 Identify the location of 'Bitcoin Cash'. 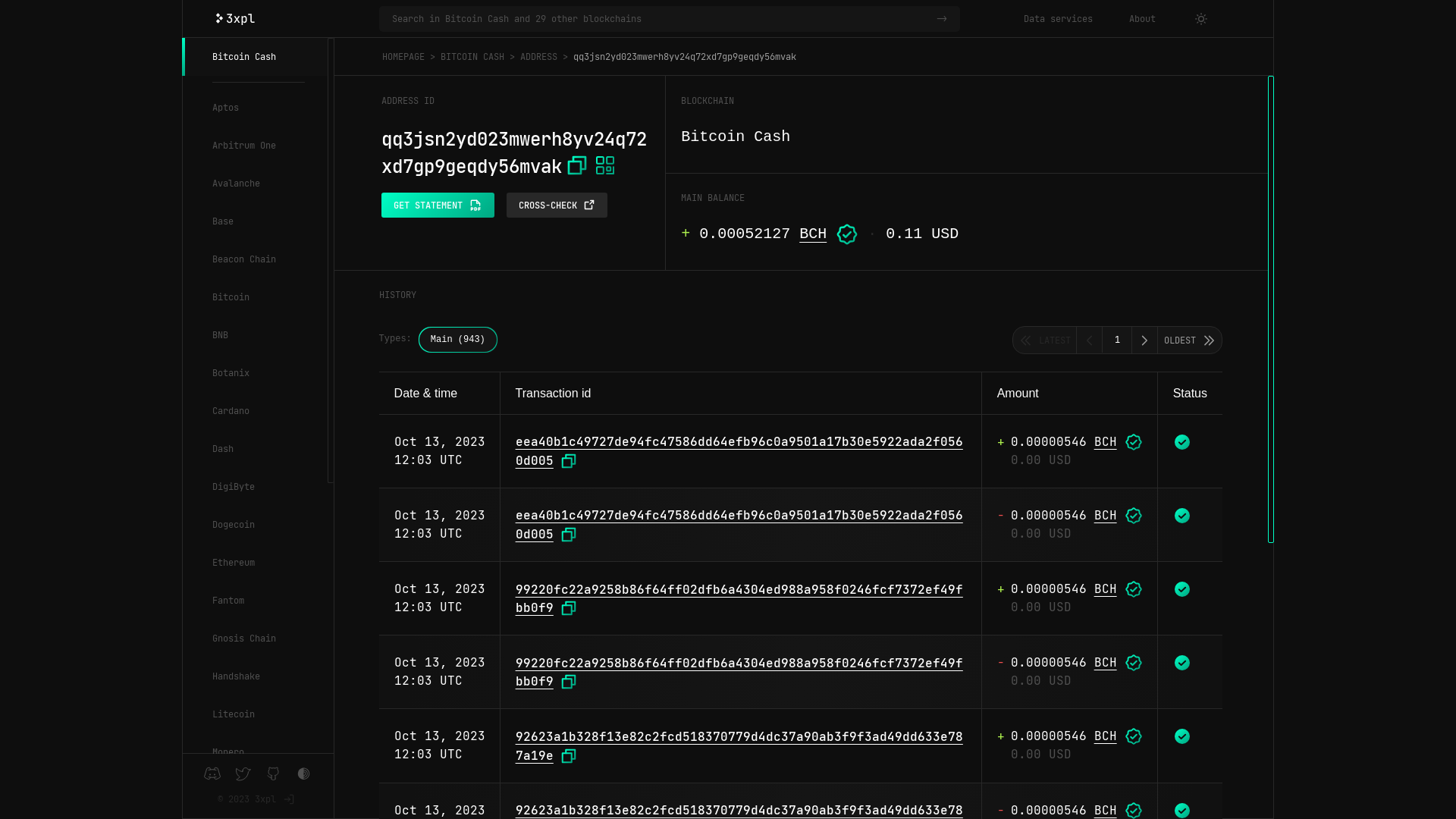
(255, 55).